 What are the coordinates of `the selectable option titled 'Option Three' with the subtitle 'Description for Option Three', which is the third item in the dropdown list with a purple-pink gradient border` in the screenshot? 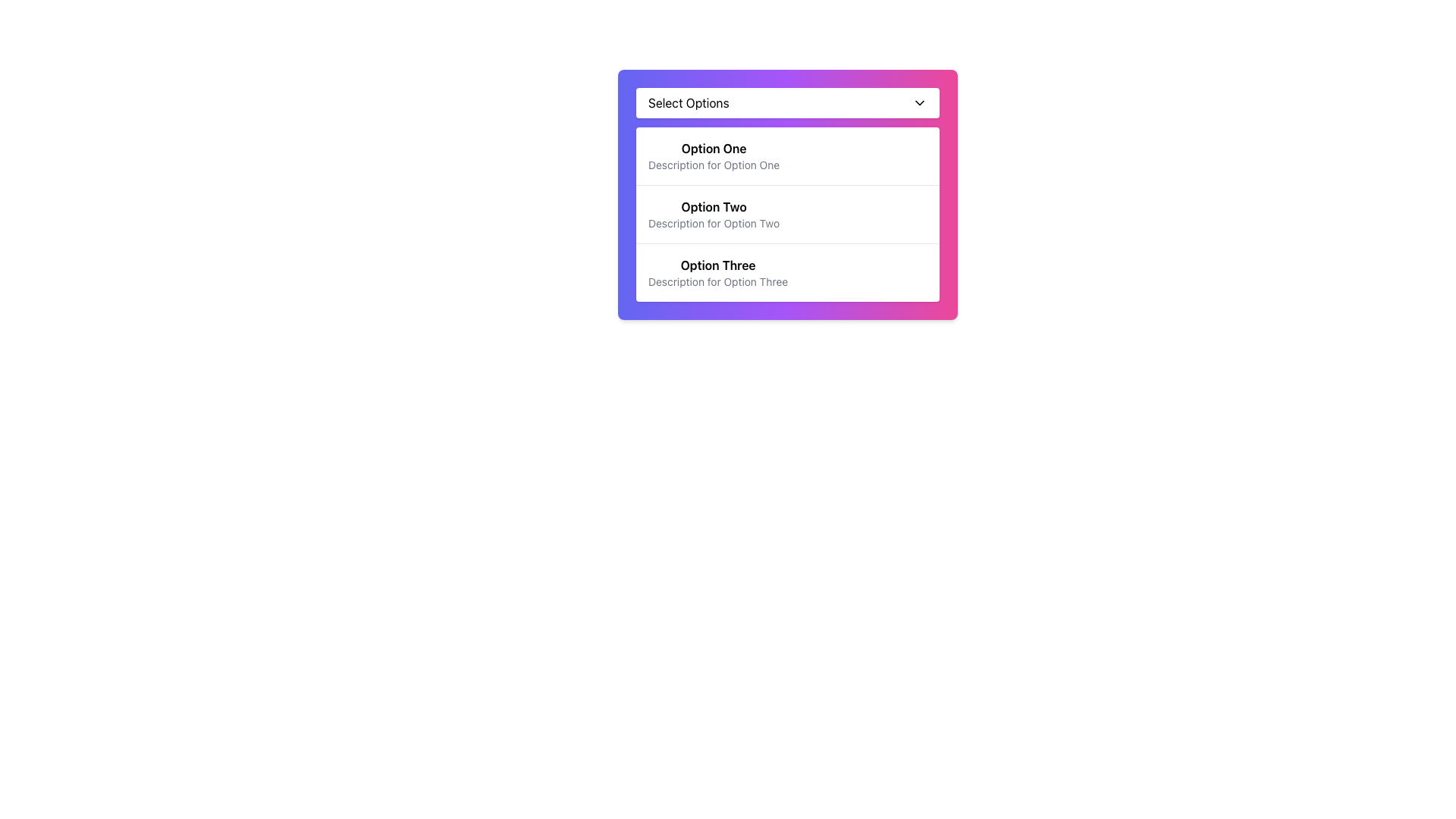 It's located at (717, 271).